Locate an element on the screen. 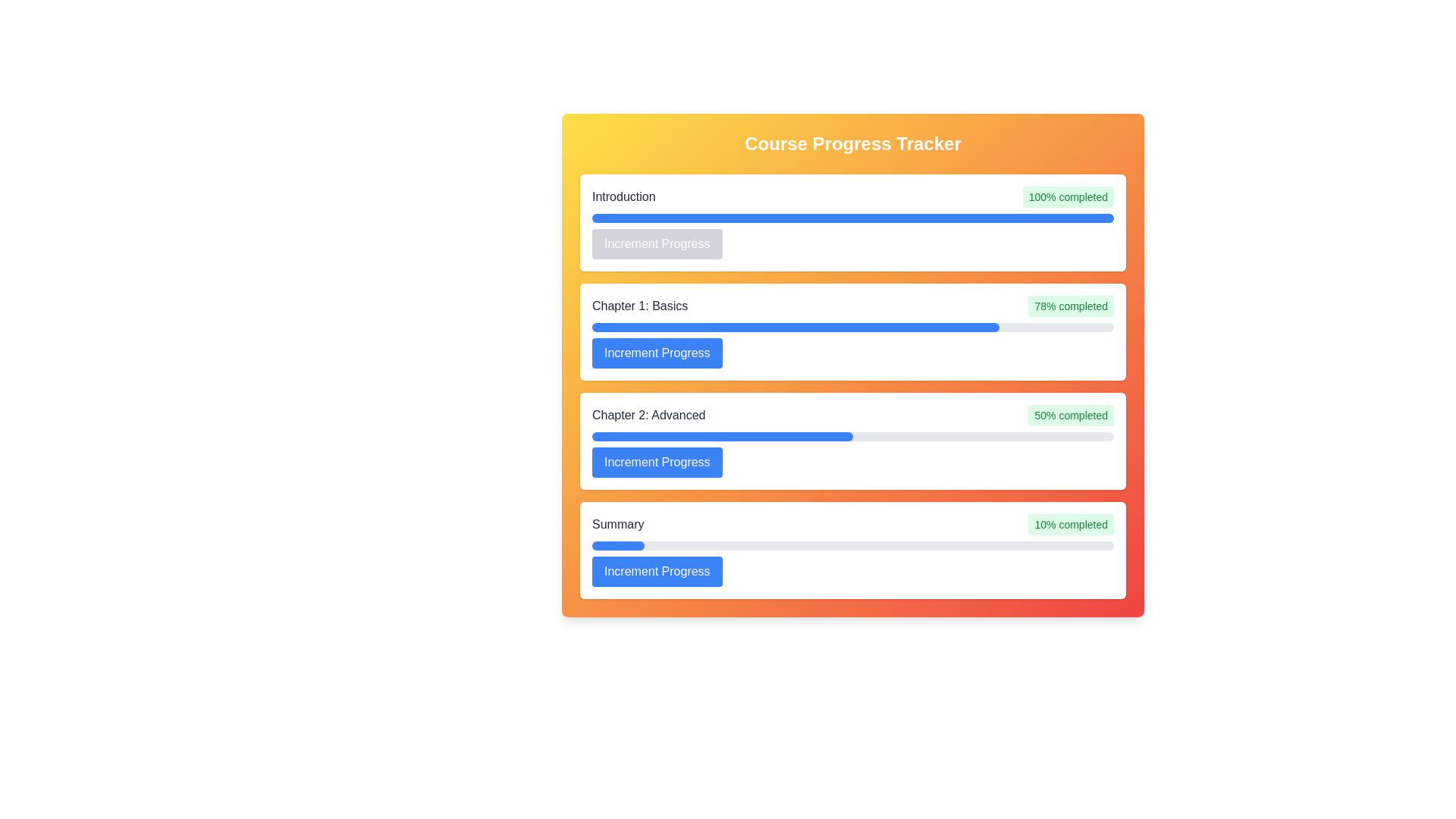  the Progress Tracker Module labeled 'Introduction', which contains a fully filled progress bar and an 'Increment Progress' button is located at coordinates (852, 222).